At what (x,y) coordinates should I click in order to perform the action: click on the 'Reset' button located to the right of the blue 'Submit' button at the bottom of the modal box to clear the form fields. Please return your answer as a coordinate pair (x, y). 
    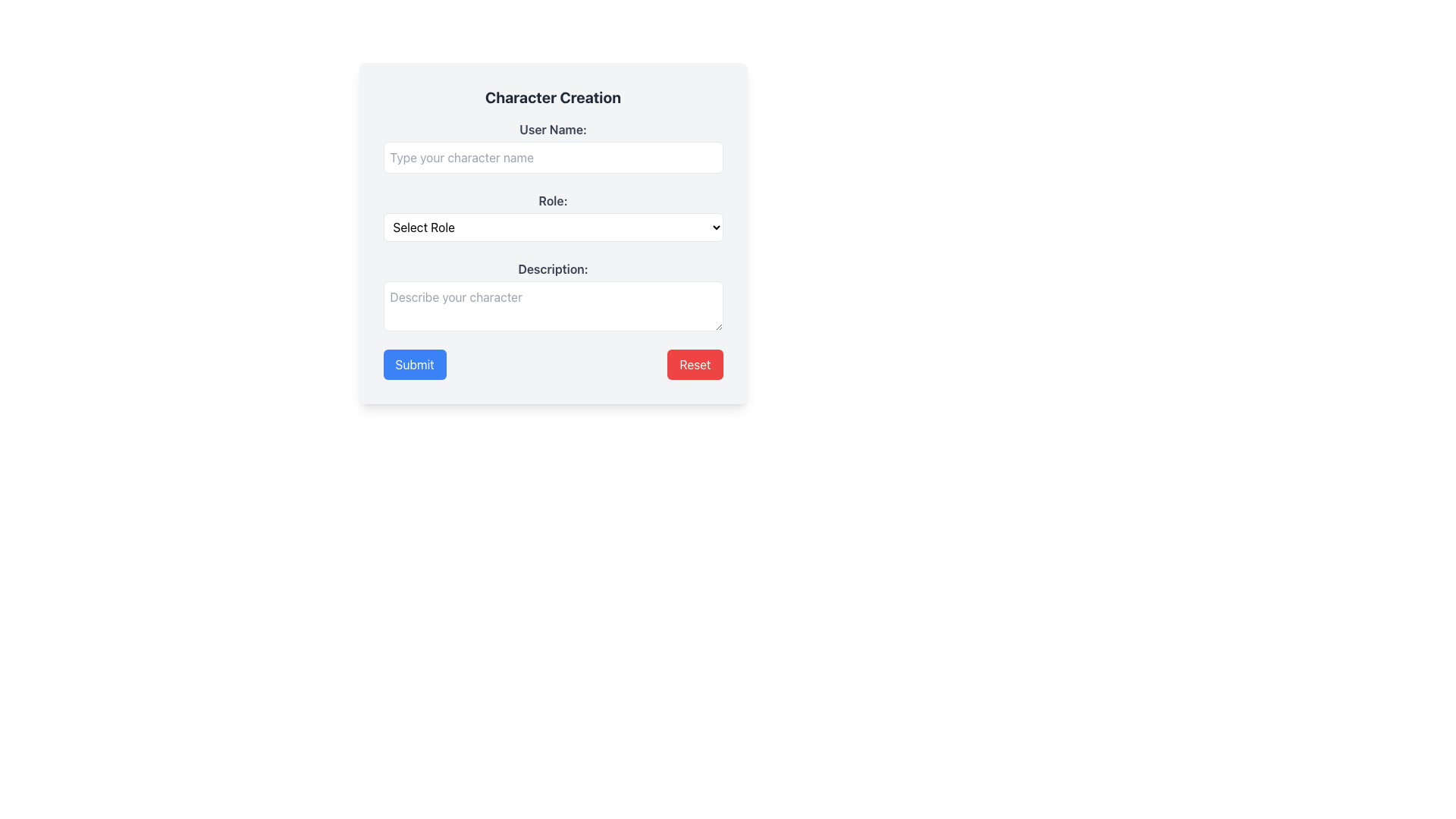
    Looking at the image, I should click on (694, 365).